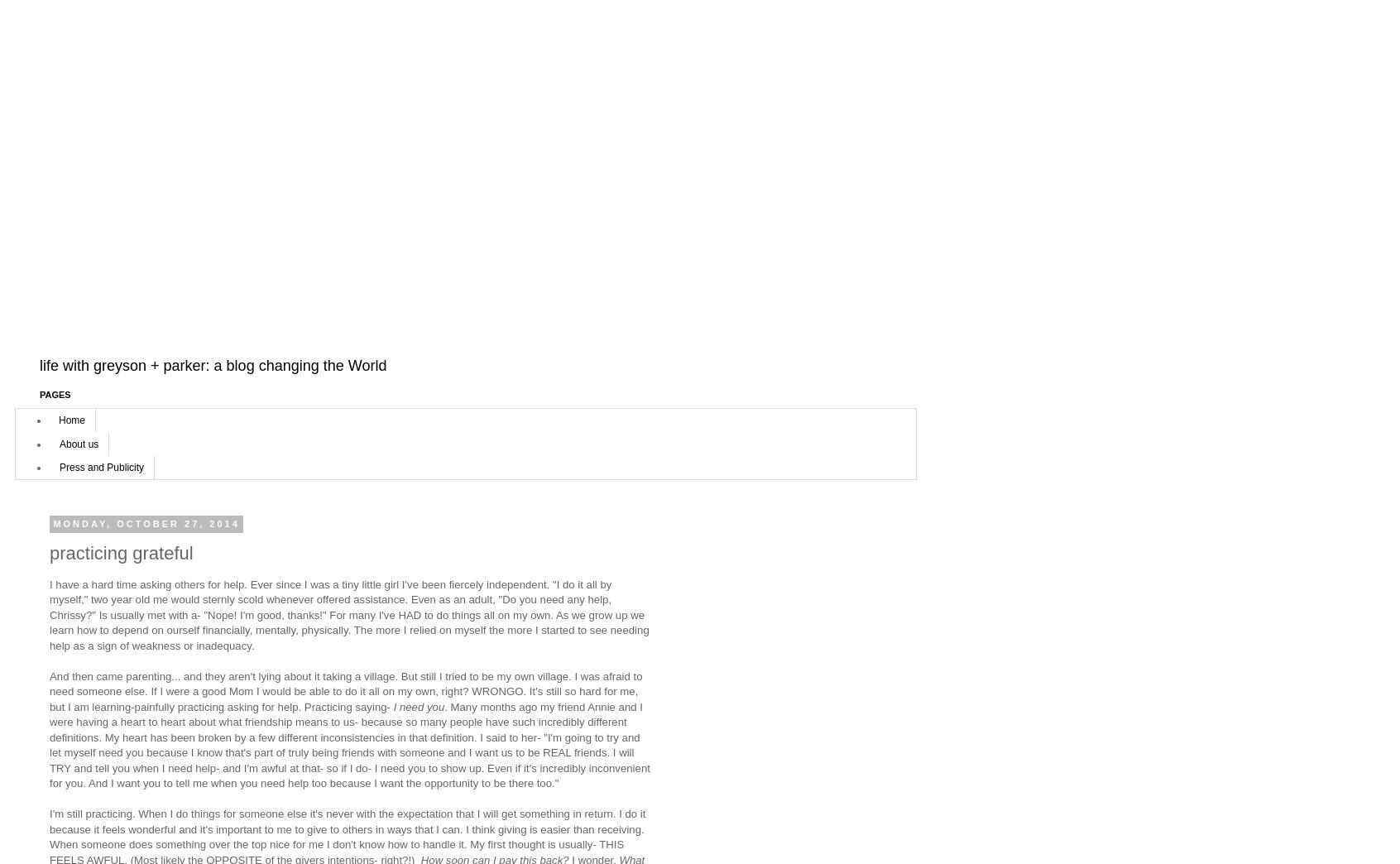 The image size is (1400, 864). What do you see at coordinates (349, 745) in the screenshot?
I see `'. Many months ago my friend Annie and I were having a heart to heart about what friendship means to us- because so many people have such incredibly different definitions. My heart has been broken by a few different inconsistencies in that definition. I said to her- "I'm going to try and let myself need you because I know that's part of truly being friends with someone and I want us to be REAL friends. I will TRY and tell you when I need help- and I'm awful at that- so if I do- I need you to show up. Even if it's incredibly inconvenient for you. And I want you to tell me when you need help too because I want the opportunity to be there too."'` at bounding box center [349, 745].